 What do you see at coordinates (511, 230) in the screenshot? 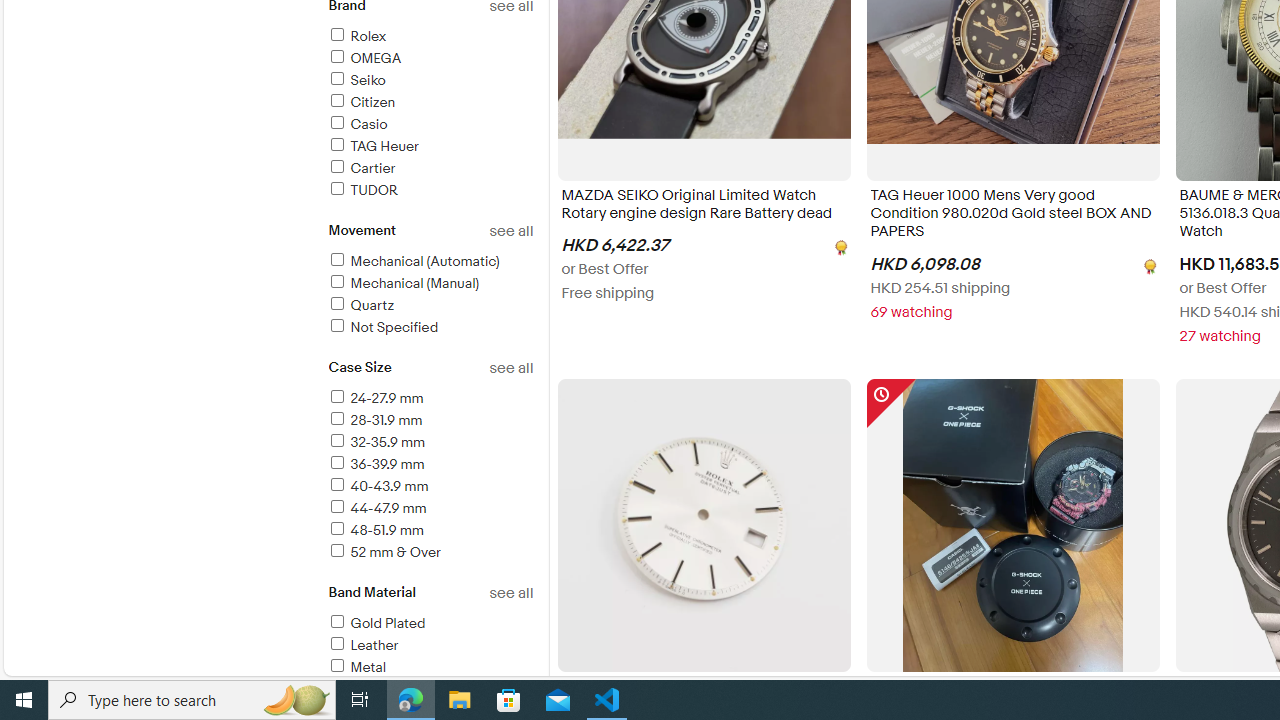
I see `'See all movement refinements'` at bounding box center [511, 230].